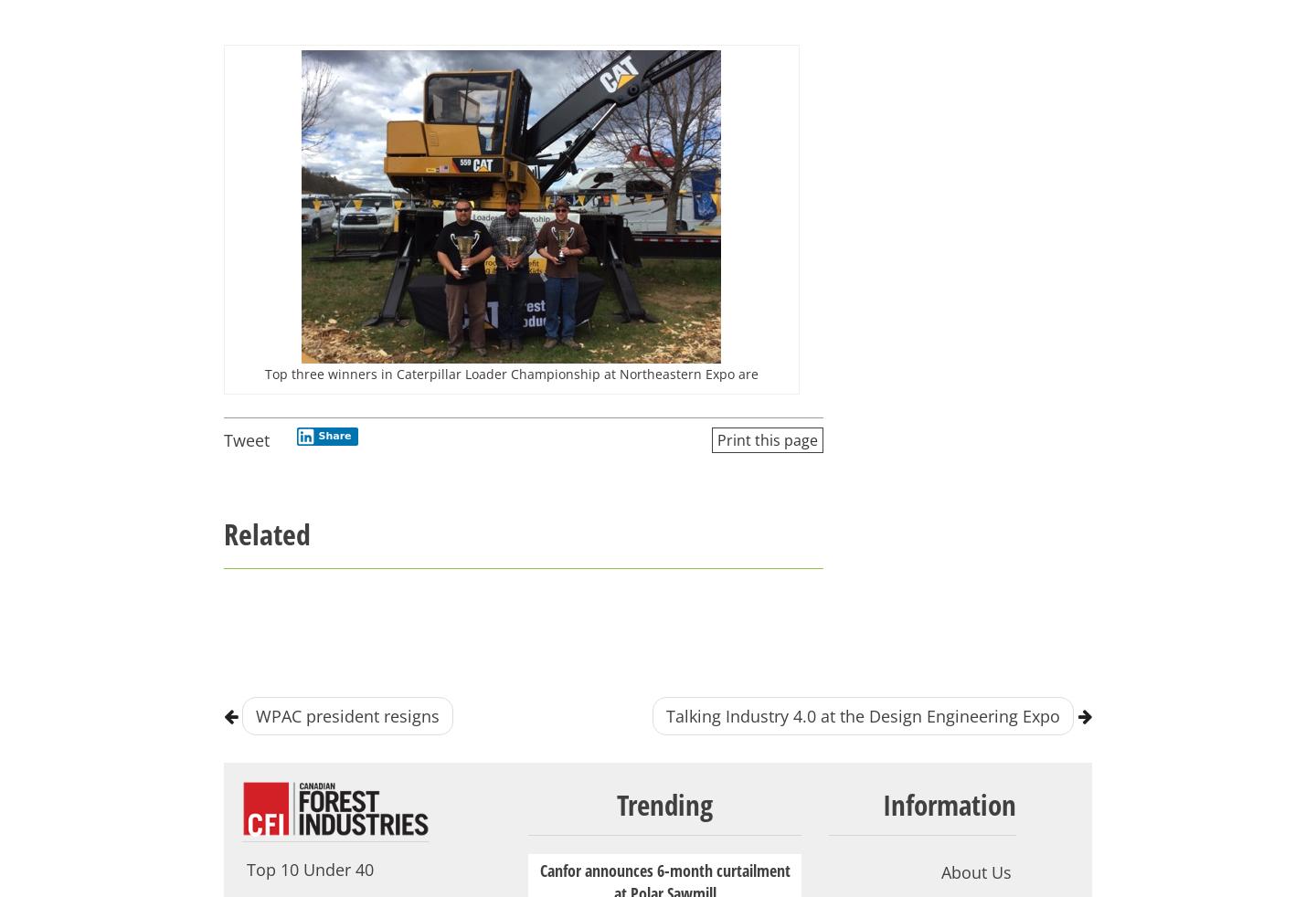 The height and width of the screenshot is (897, 1316). Describe the element at coordinates (246, 439) in the screenshot. I see `'Tweet'` at that location.